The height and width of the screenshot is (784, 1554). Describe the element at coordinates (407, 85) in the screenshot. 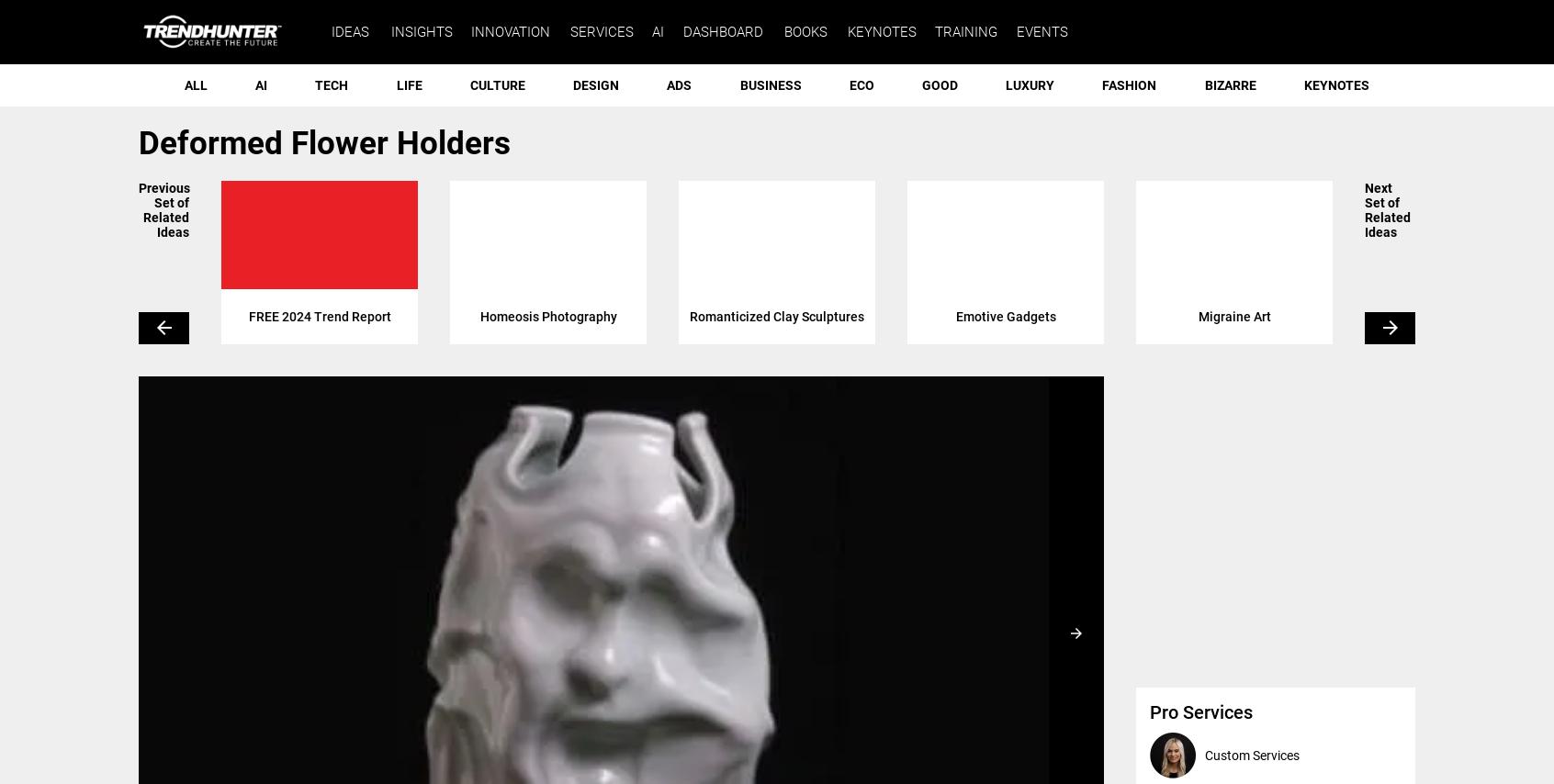

I see `'Life'` at that location.